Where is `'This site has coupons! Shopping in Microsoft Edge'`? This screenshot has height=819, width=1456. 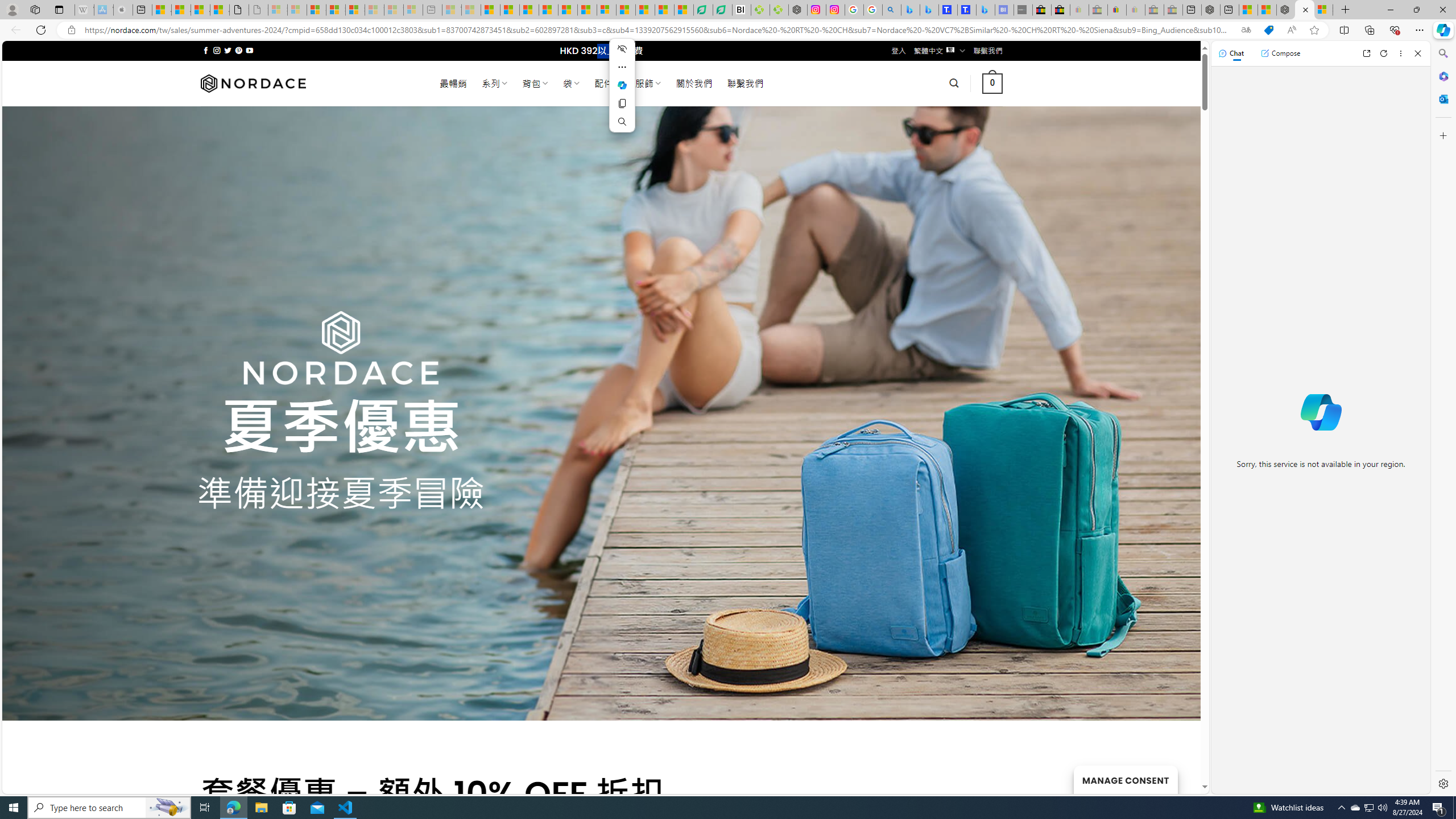
'This site has coupons! Shopping in Microsoft Edge' is located at coordinates (1268, 30).